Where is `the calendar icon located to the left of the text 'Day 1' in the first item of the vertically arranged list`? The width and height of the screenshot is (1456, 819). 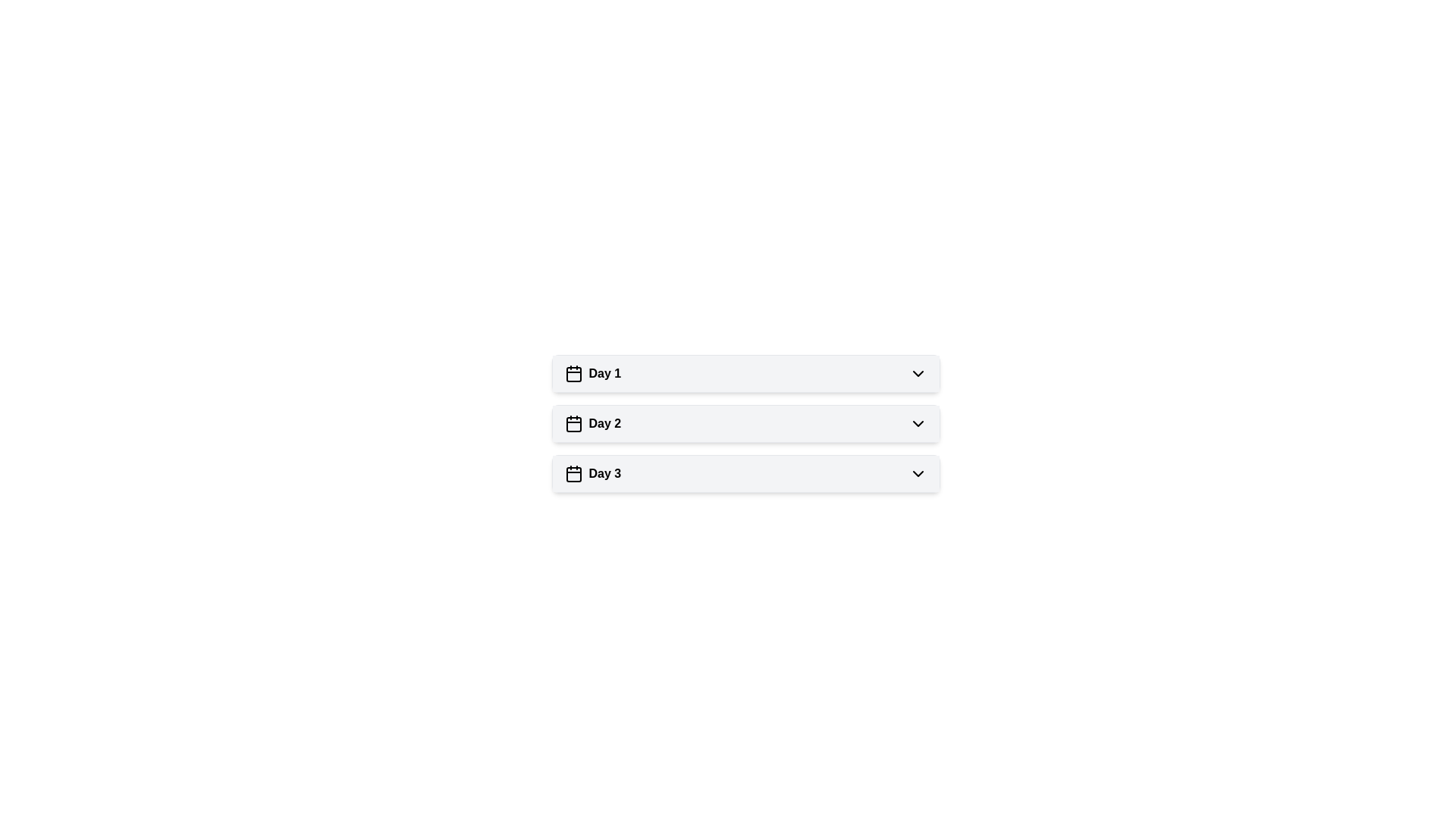 the calendar icon located to the left of the text 'Day 1' in the first item of the vertically arranged list is located at coordinates (573, 374).